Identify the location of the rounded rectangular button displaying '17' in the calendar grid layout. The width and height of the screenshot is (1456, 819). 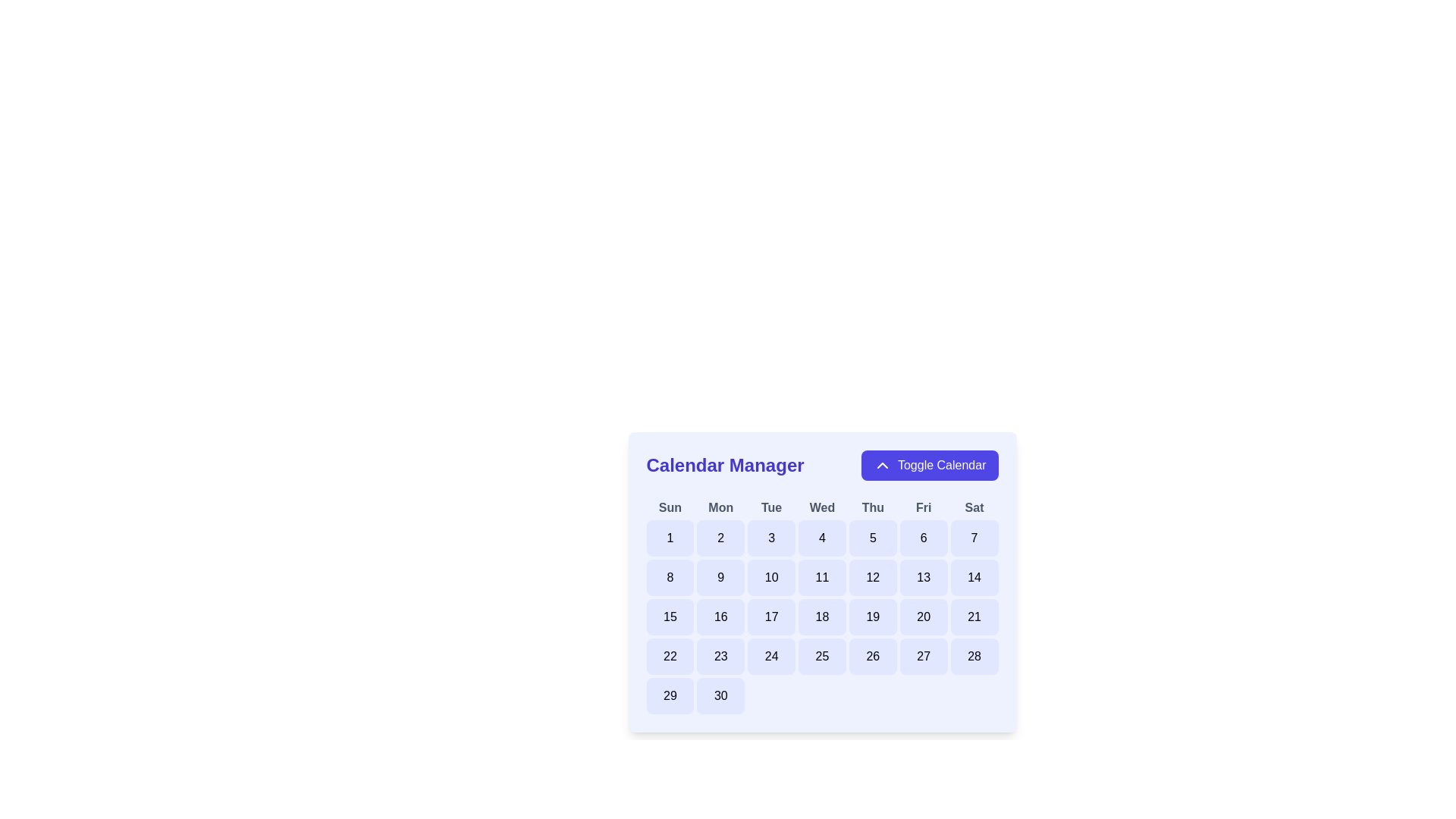
(771, 617).